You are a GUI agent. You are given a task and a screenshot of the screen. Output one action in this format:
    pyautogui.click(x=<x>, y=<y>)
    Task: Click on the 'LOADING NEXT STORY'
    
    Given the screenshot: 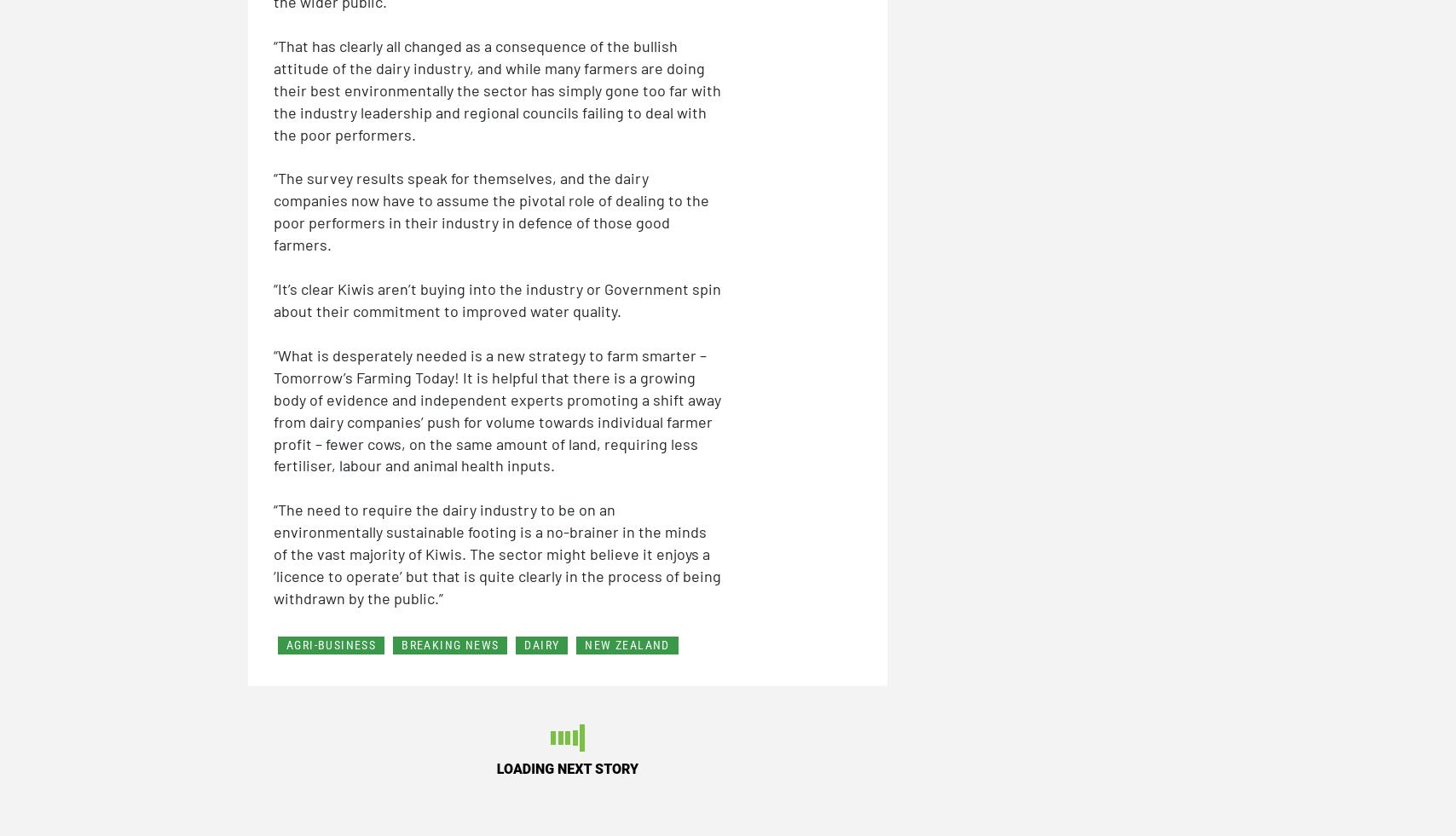 What is the action you would take?
    pyautogui.click(x=567, y=768)
    